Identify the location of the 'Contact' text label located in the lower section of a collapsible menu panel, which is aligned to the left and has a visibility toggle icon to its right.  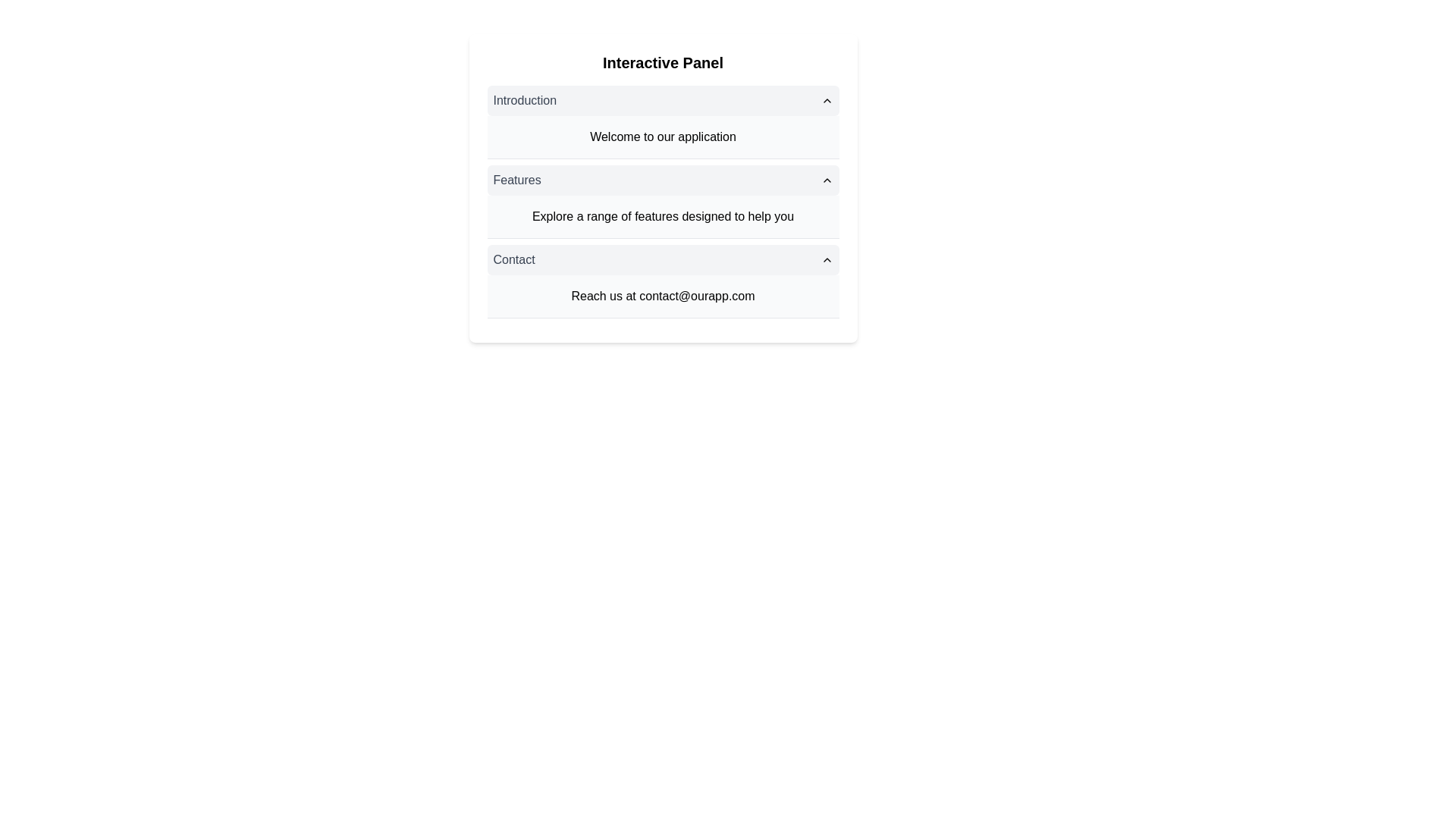
(514, 259).